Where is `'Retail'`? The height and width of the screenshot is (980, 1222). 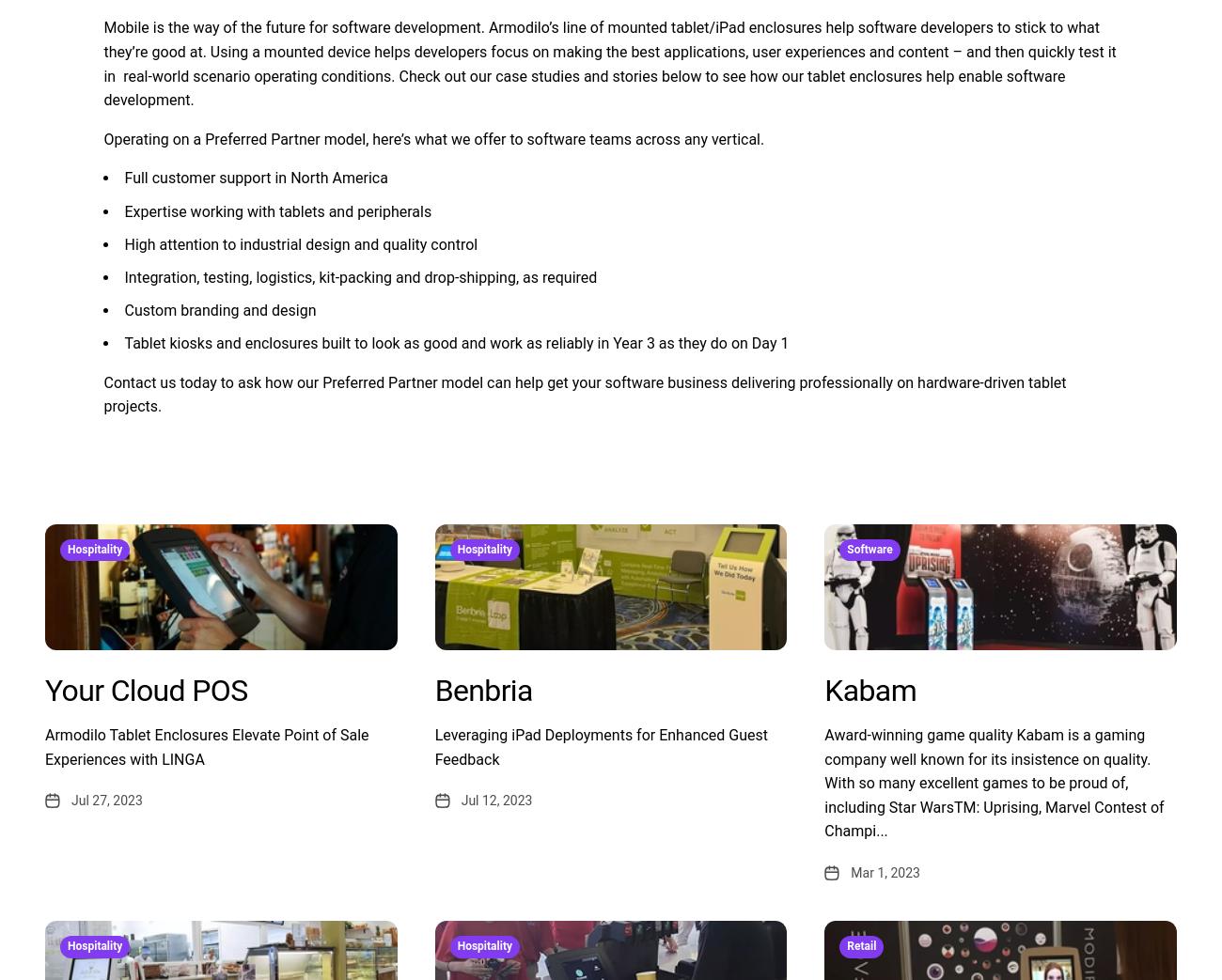
'Retail' is located at coordinates (846, 946).